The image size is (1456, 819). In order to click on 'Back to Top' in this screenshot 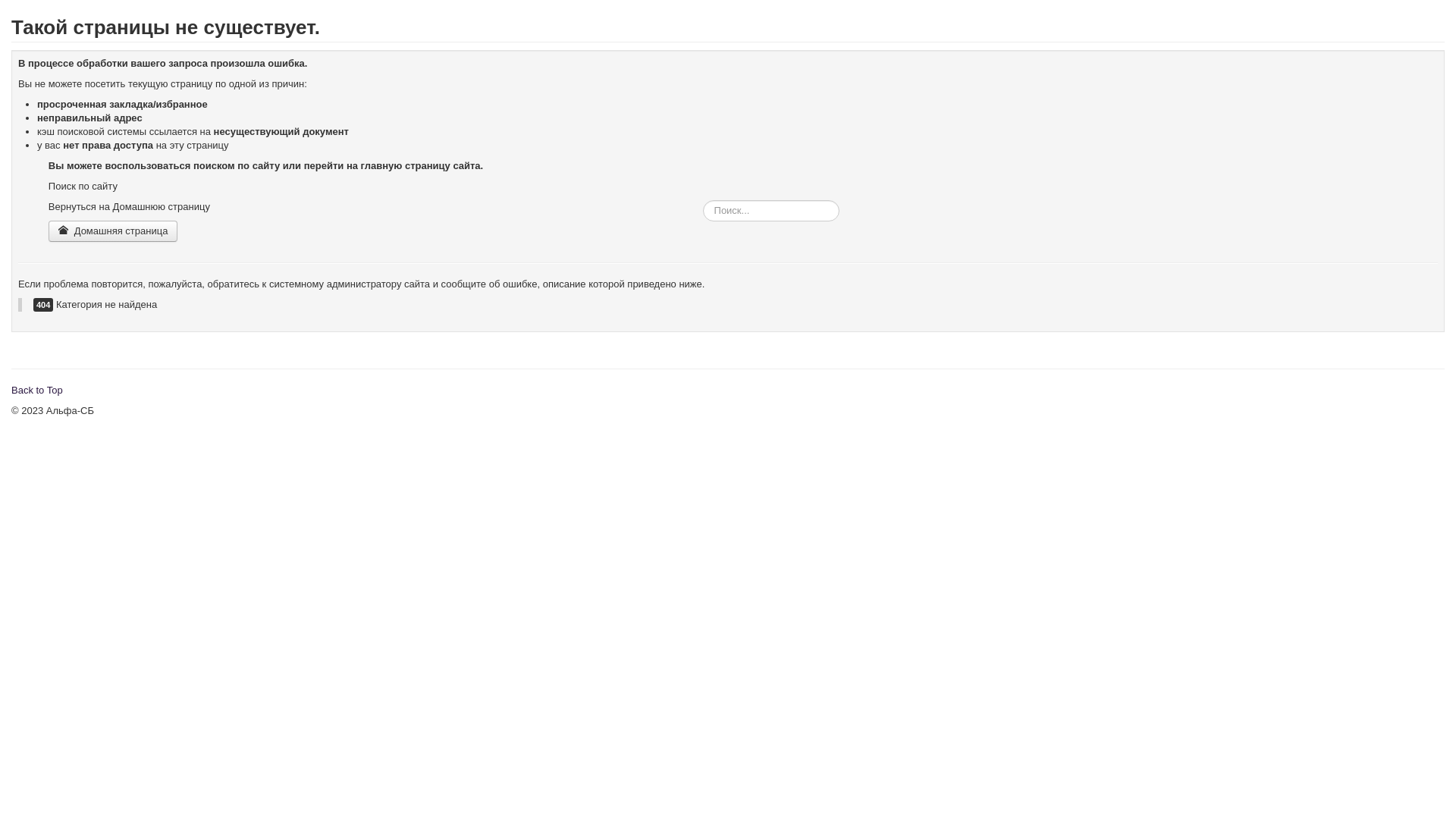, I will do `click(36, 389)`.